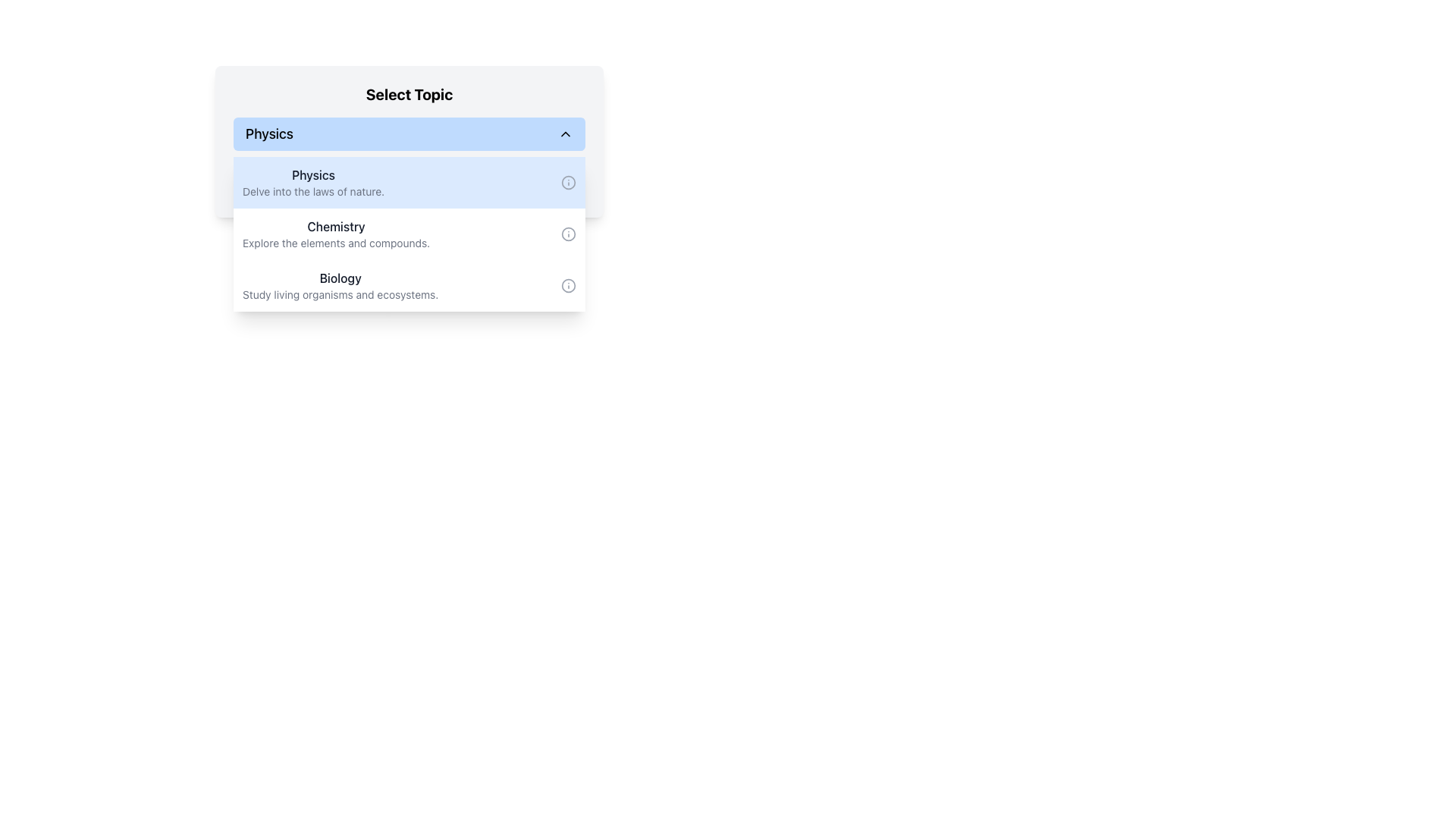 Image resolution: width=1456 pixels, height=819 pixels. Describe the element at coordinates (409, 286) in the screenshot. I see `the third selectable list item labeled 'Biology' with the description 'Study living organisms and ecosystems.'` at that location.